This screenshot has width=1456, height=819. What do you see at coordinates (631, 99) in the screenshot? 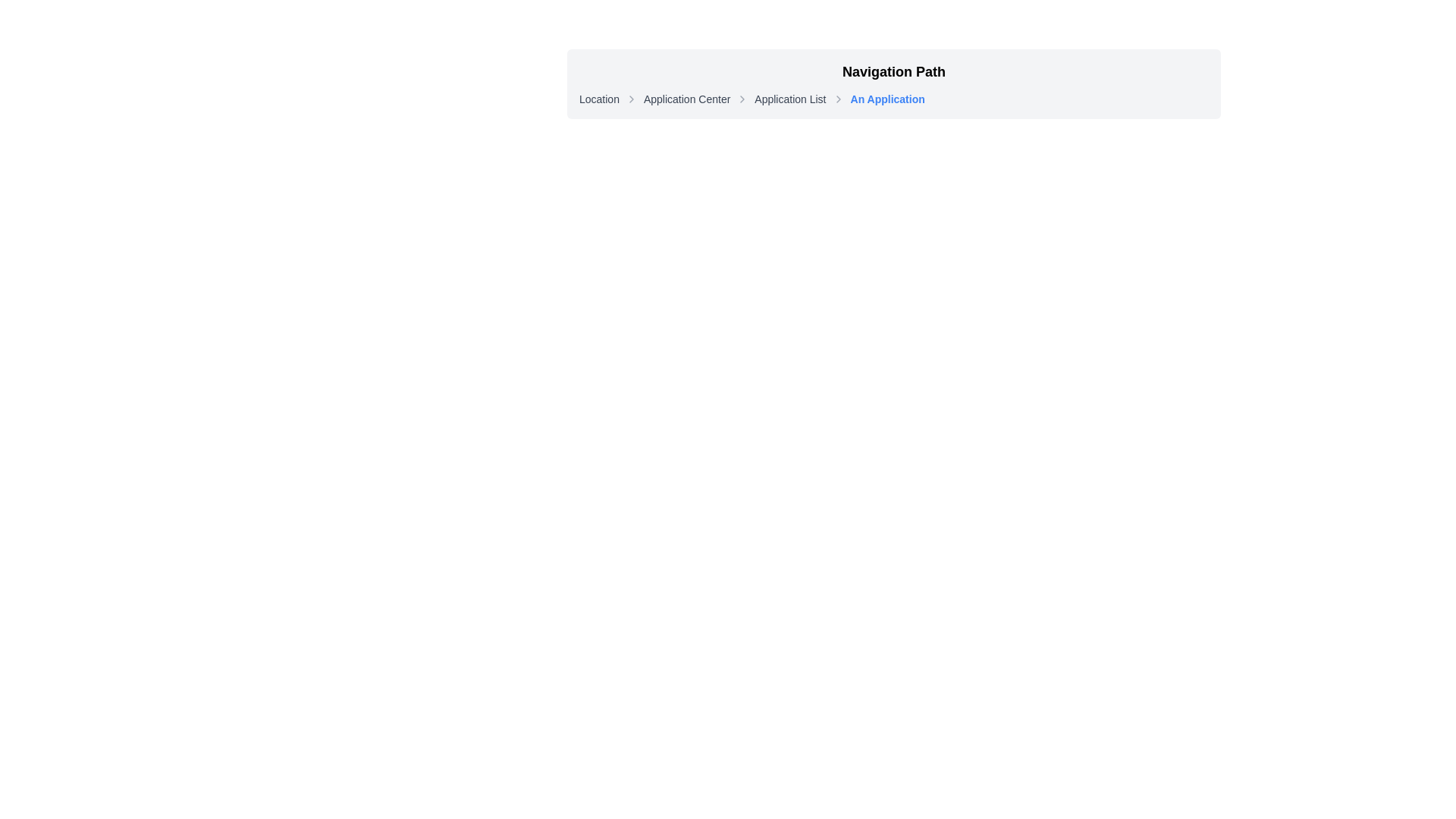
I see `the right-facing chevron icon located between the 'Location' and 'Application Center' text links in the breadcrumb navigation bar` at bounding box center [631, 99].